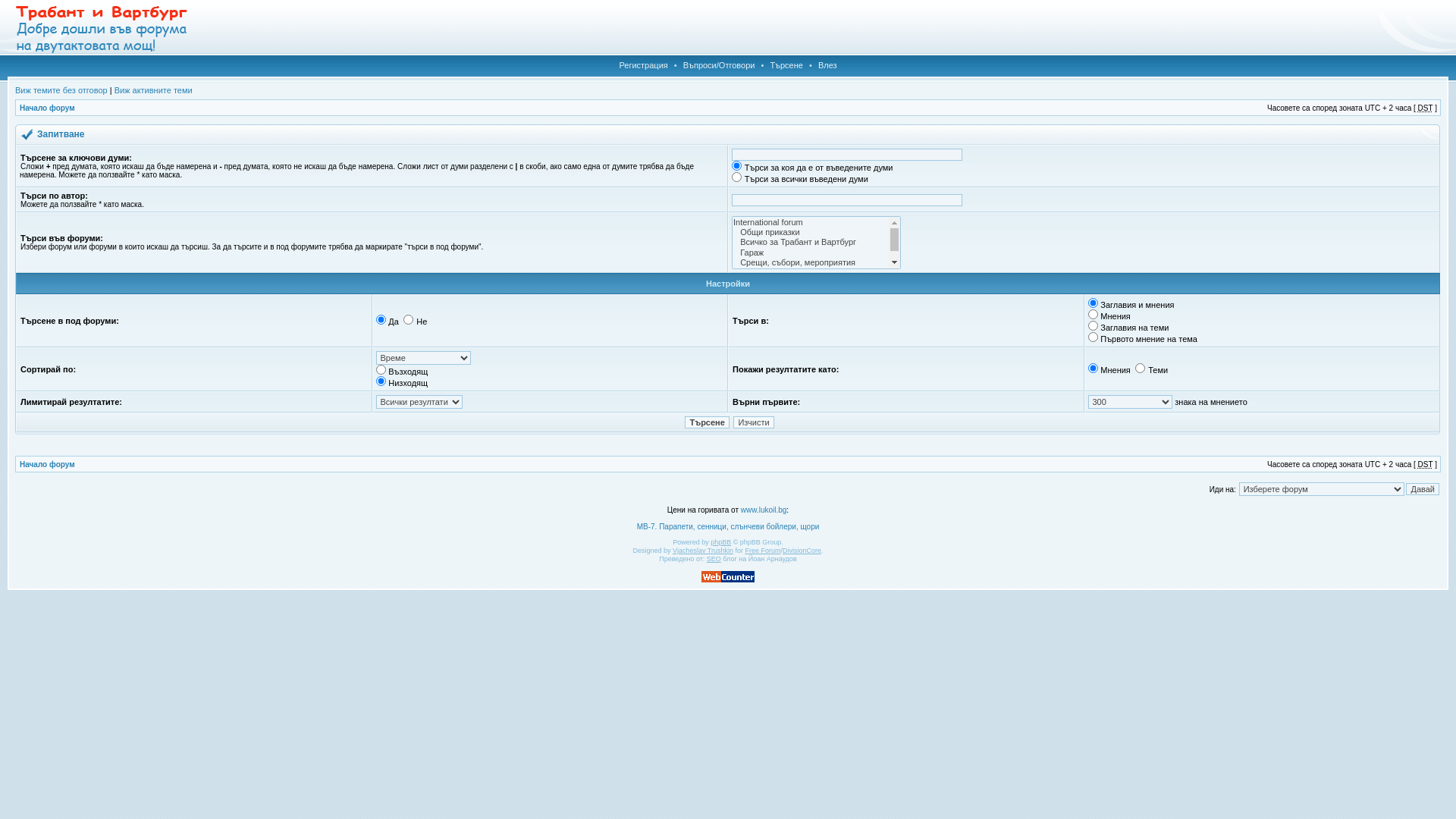 The width and height of the screenshot is (1456, 819). I want to click on 'www.lukoil.bg', so click(764, 510).